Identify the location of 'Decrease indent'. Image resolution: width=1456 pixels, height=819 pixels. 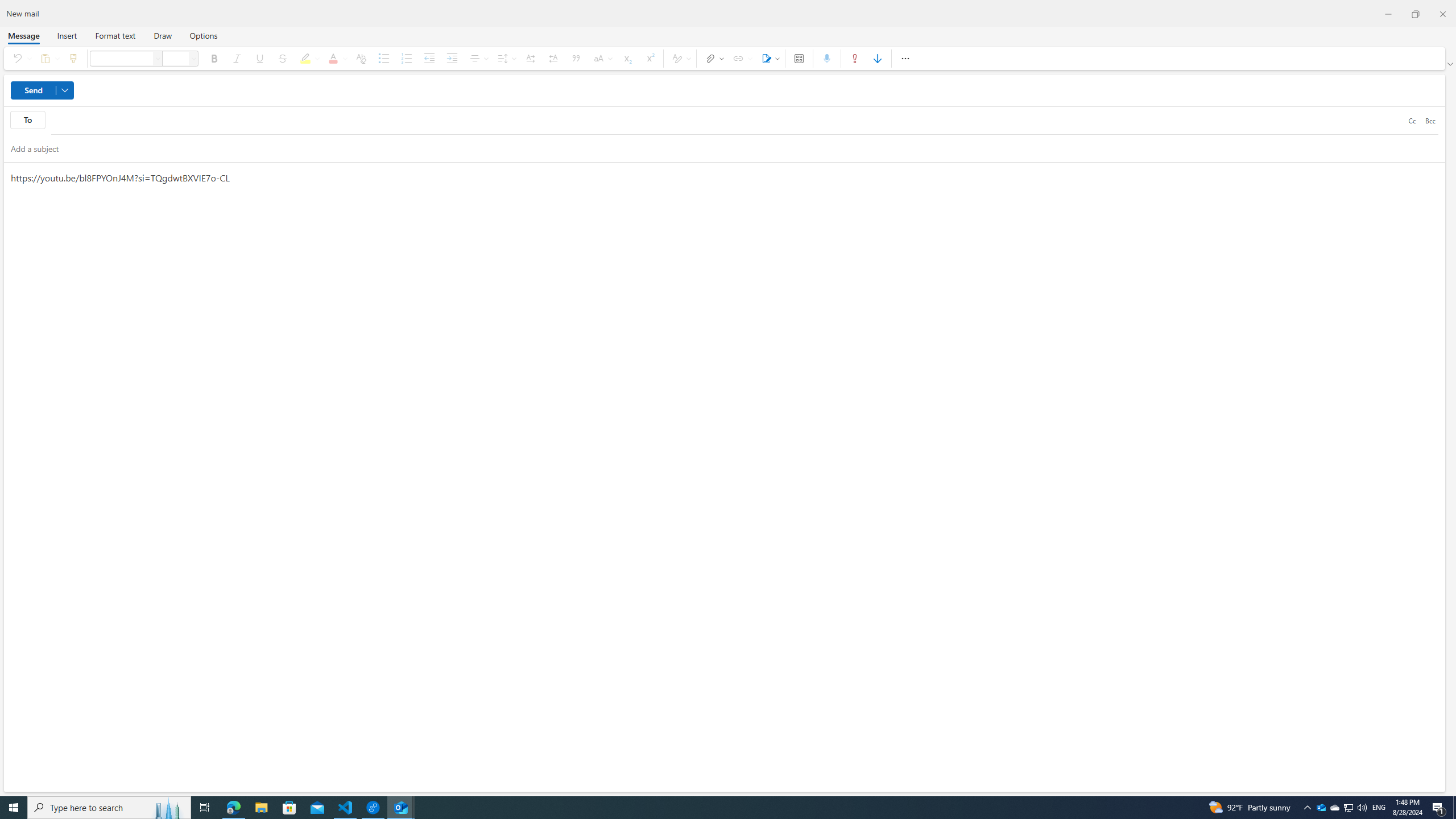
(429, 58).